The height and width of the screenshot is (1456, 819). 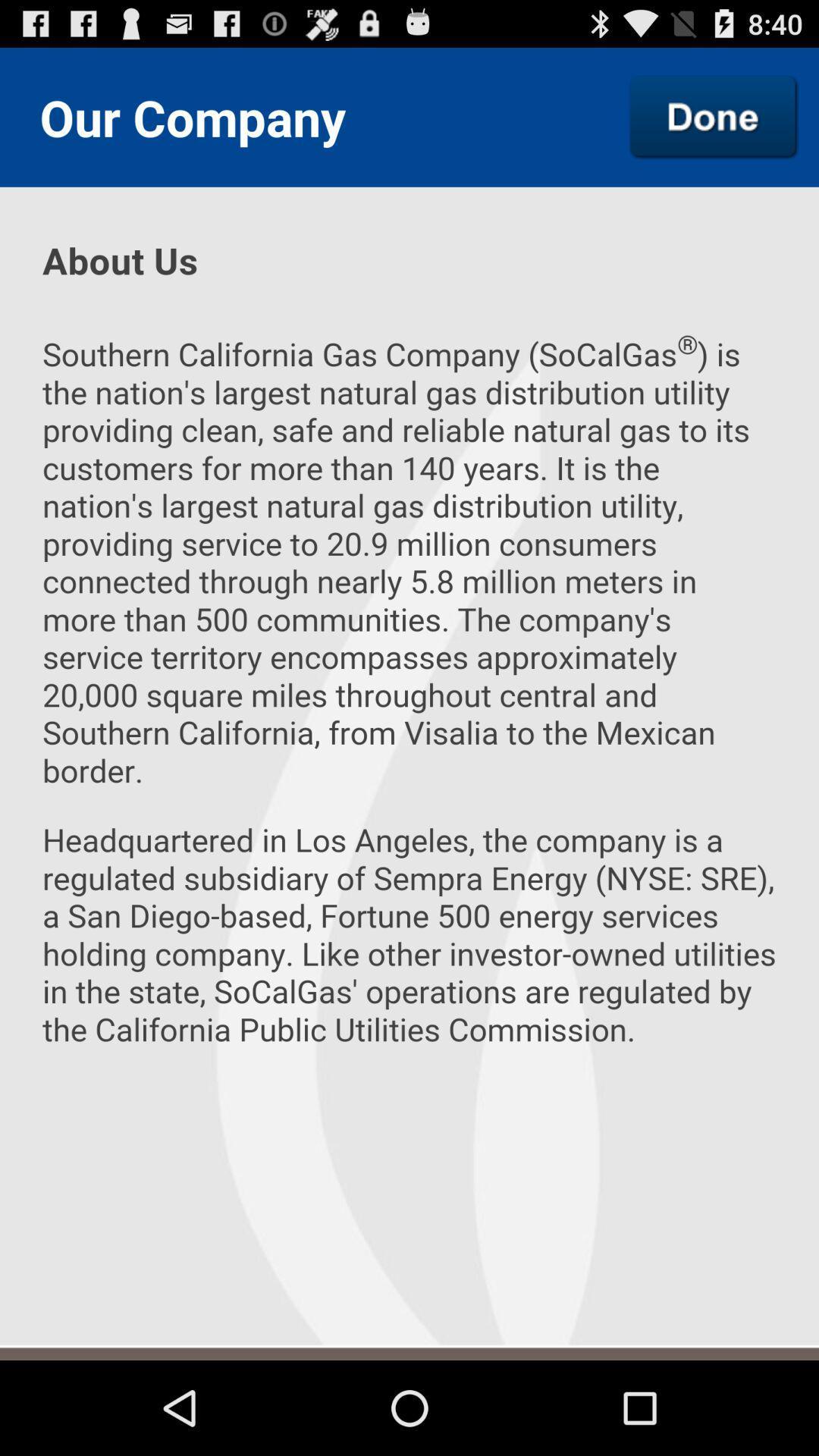 I want to click on gas mapping app, so click(x=714, y=116).